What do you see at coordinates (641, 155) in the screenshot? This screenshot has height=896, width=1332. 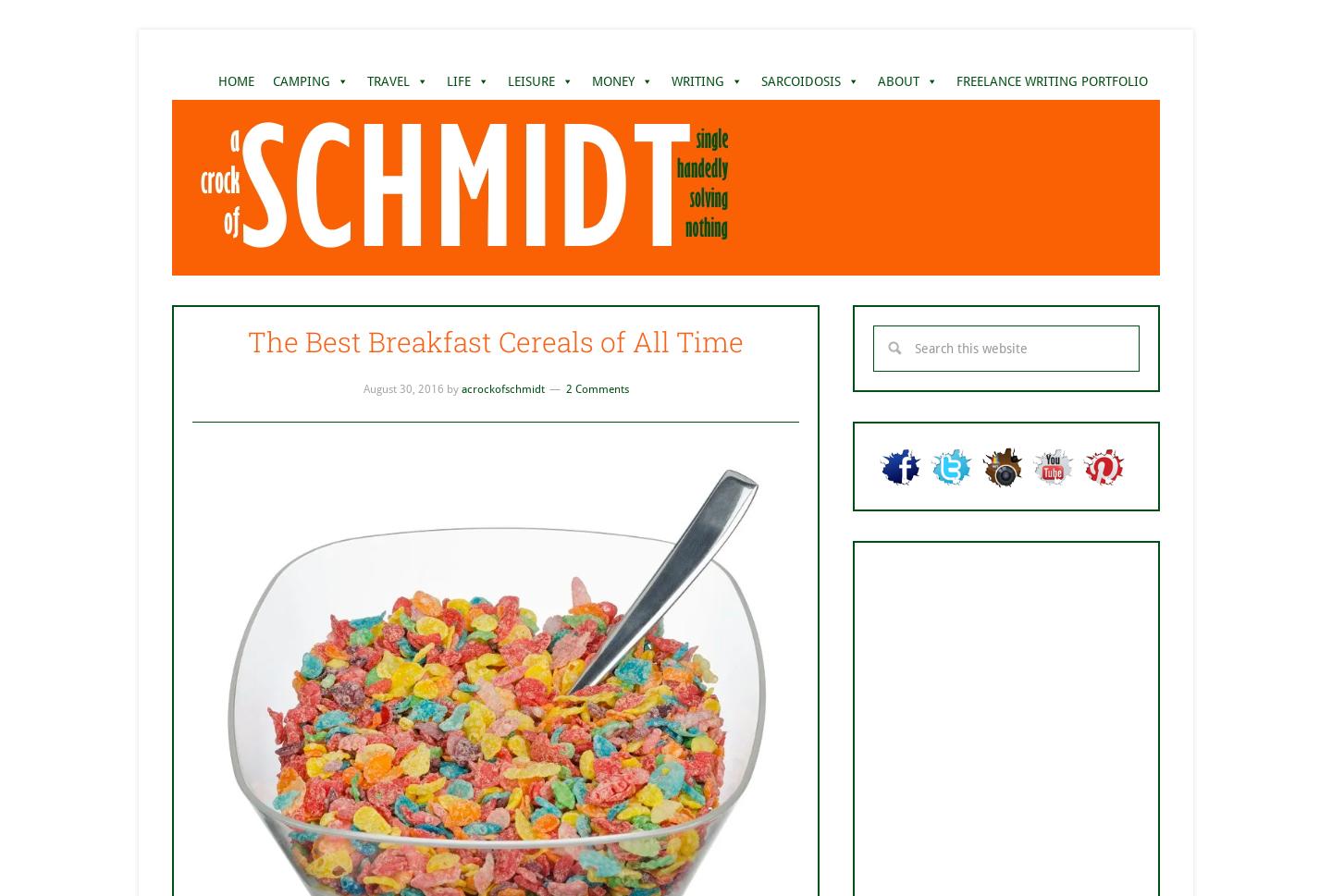 I see `'HOUSE SCHMIDT'` at bounding box center [641, 155].